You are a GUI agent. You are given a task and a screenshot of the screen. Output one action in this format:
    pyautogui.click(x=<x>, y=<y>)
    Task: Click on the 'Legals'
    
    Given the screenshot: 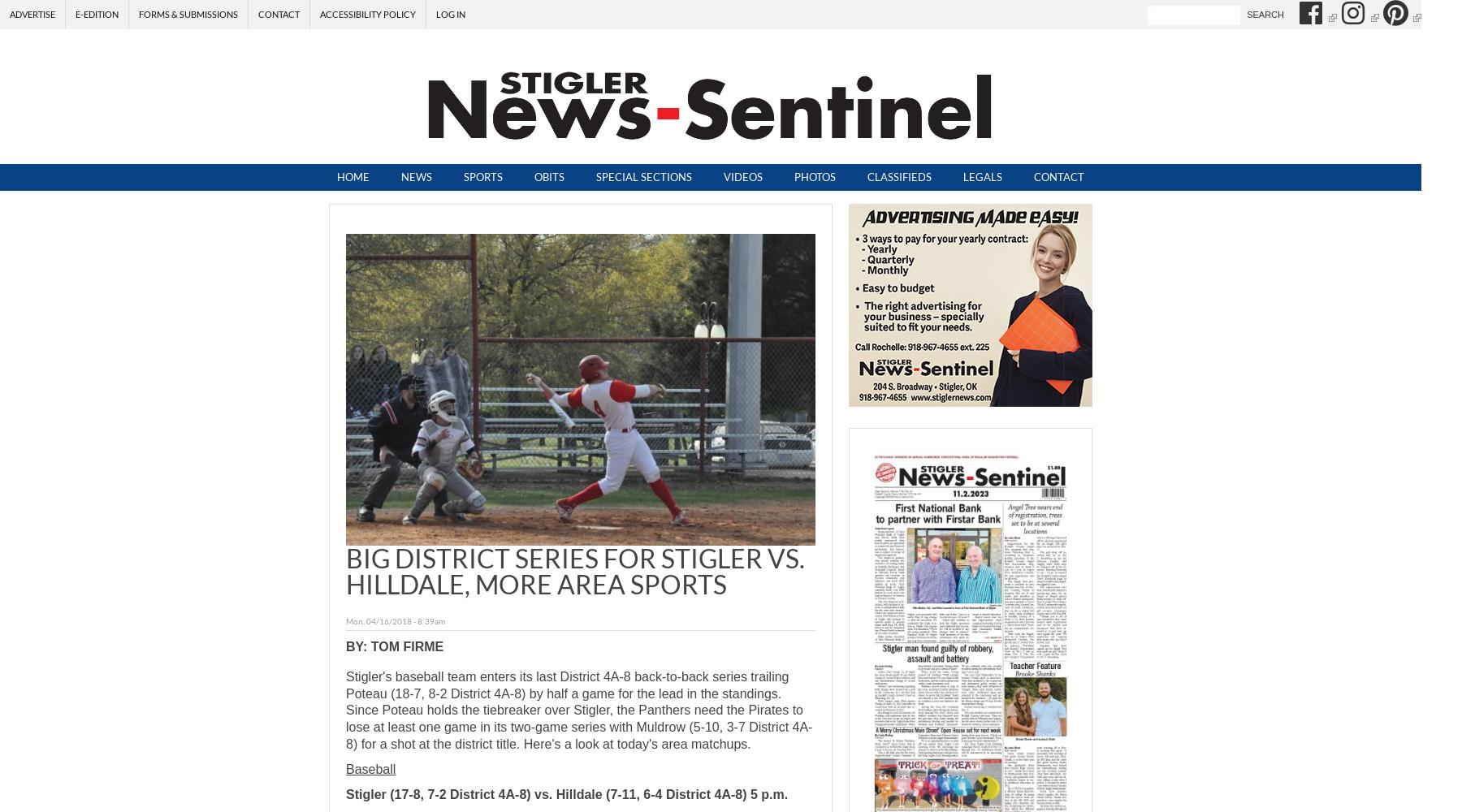 What is the action you would take?
    pyautogui.click(x=981, y=176)
    